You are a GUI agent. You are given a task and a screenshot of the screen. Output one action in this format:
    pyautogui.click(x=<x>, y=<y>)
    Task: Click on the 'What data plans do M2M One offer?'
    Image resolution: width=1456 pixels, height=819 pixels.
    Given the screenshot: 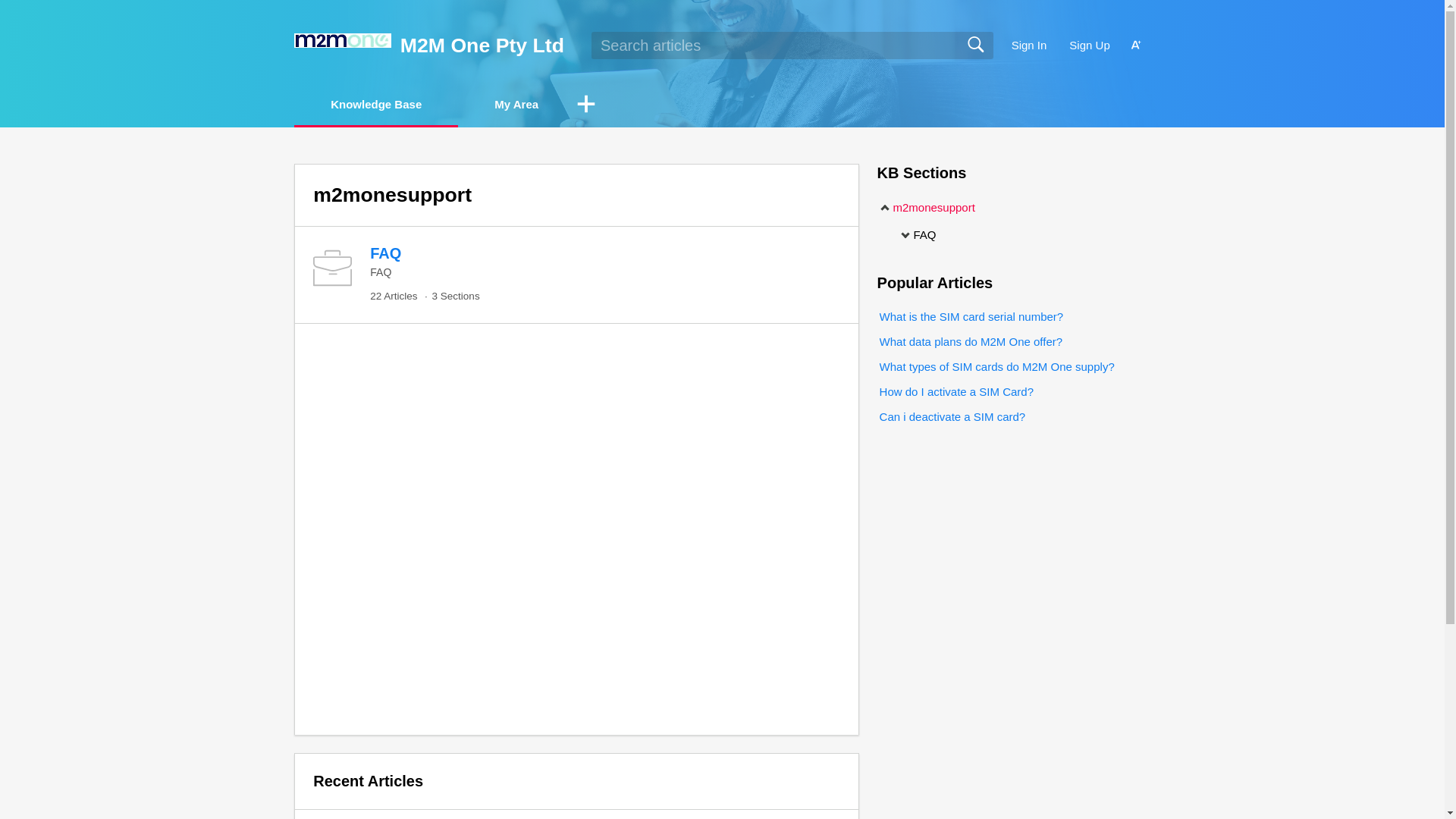 What is the action you would take?
    pyautogui.click(x=969, y=341)
    